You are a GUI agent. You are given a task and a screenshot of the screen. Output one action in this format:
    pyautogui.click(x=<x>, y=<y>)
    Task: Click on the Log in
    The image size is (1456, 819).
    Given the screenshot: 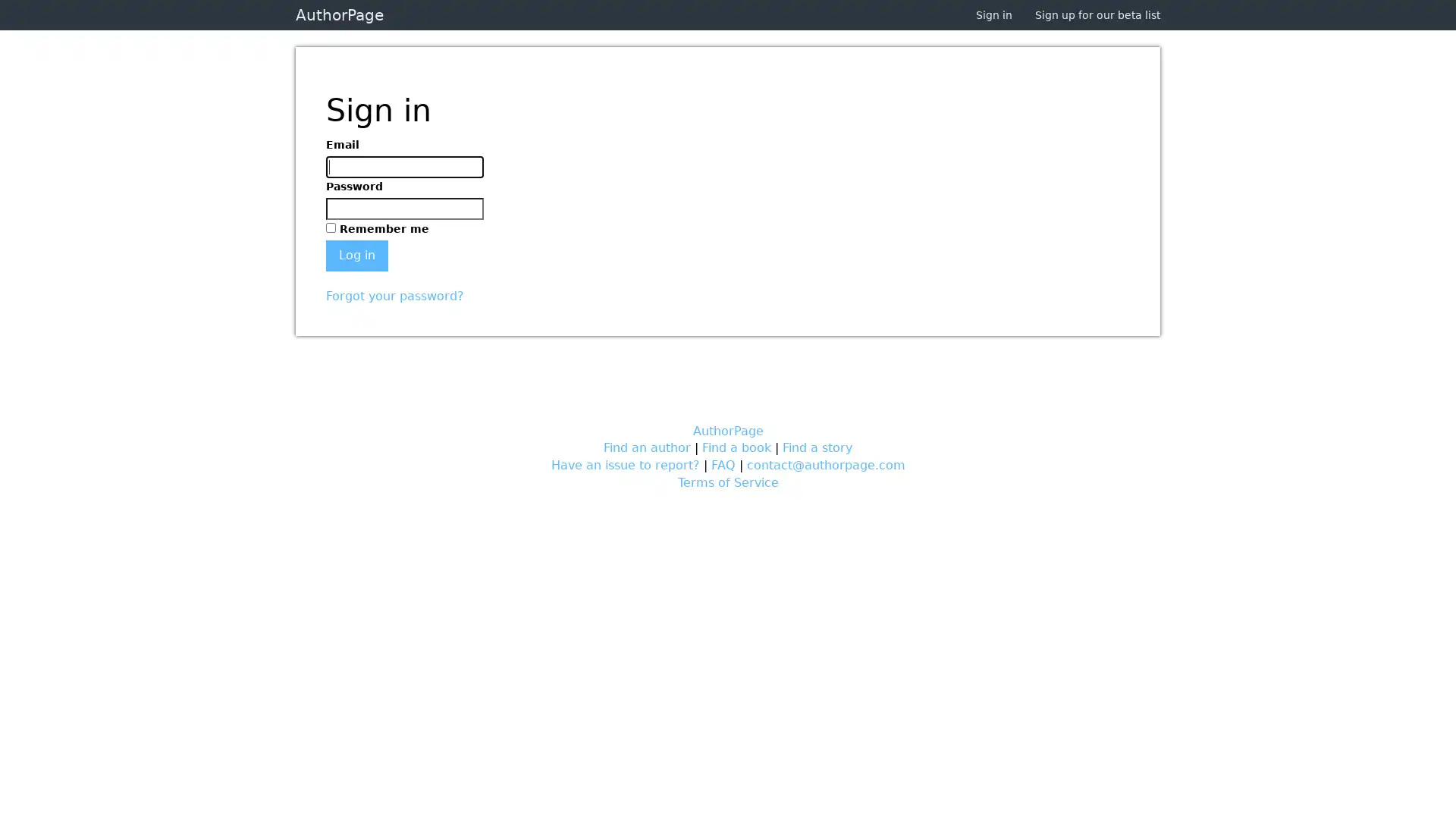 What is the action you would take?
    pyautogui.click(x=356, y=254)
    